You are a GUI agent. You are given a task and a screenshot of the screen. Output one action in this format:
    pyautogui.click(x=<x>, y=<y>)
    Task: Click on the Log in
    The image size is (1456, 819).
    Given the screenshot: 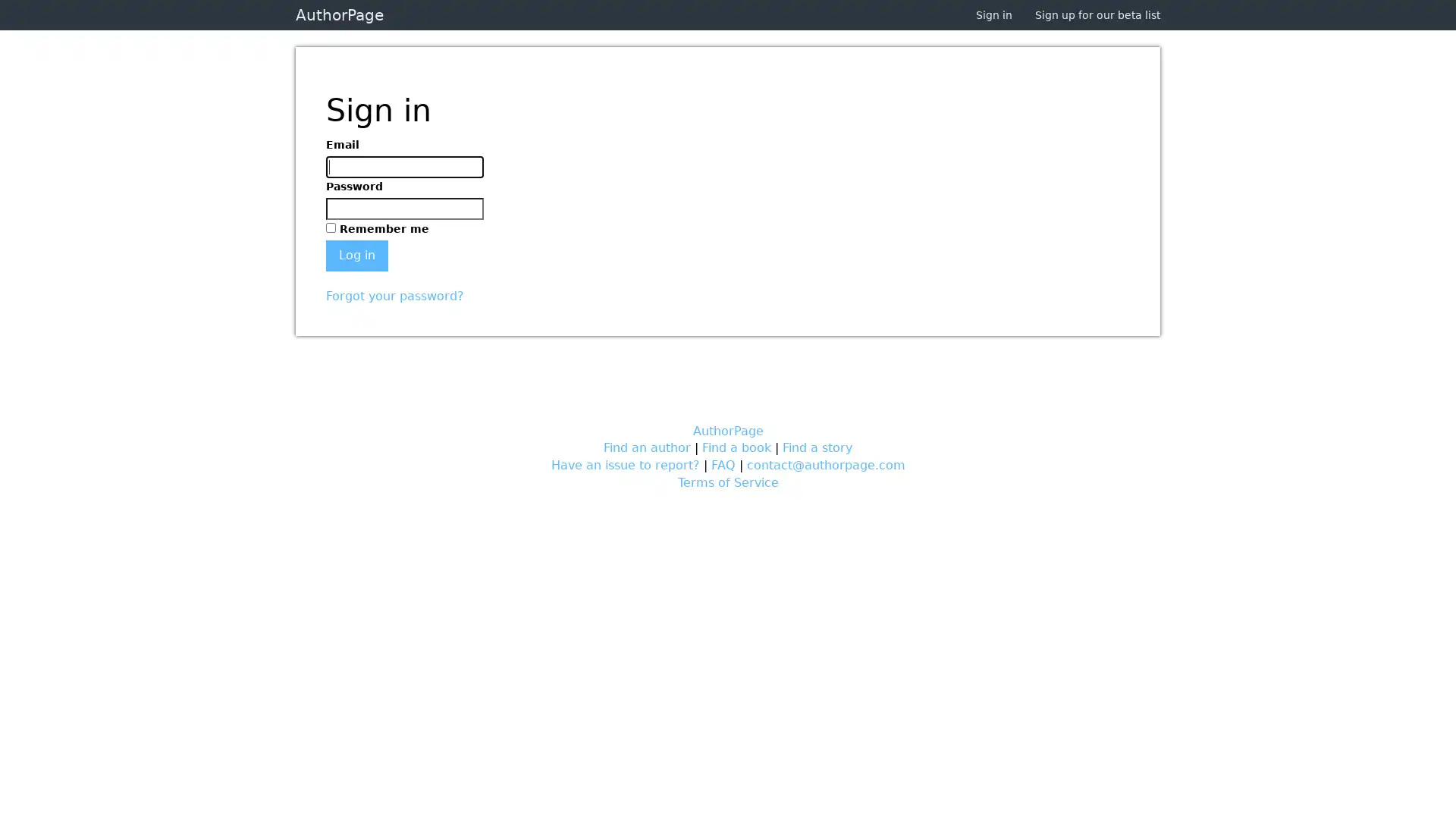 What is the action you would take?
    pyautogui.click(x=356, y=254)
    